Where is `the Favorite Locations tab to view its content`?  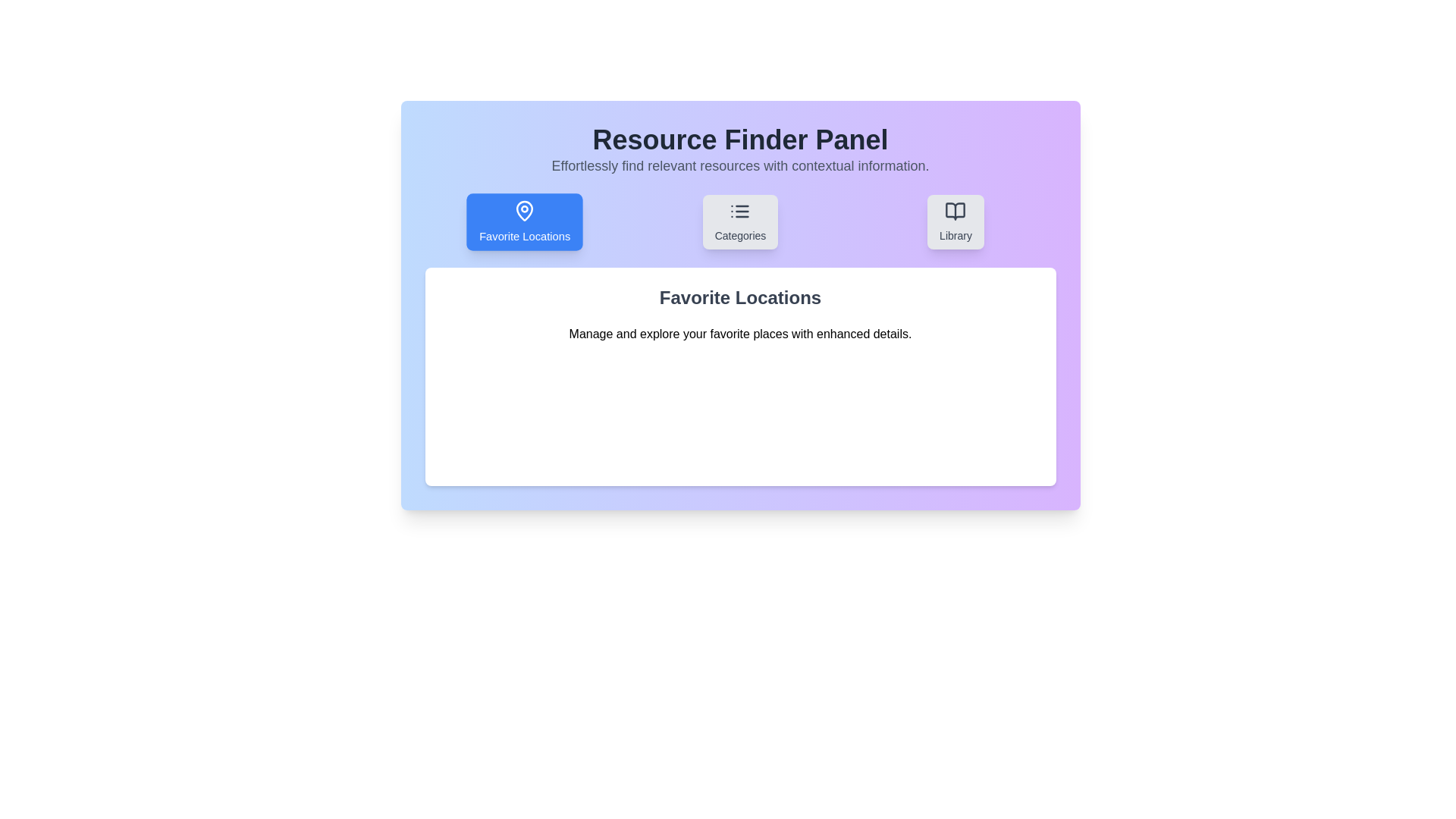
the Favorite Locations tab to view its content is located at coordinates (525, 222).